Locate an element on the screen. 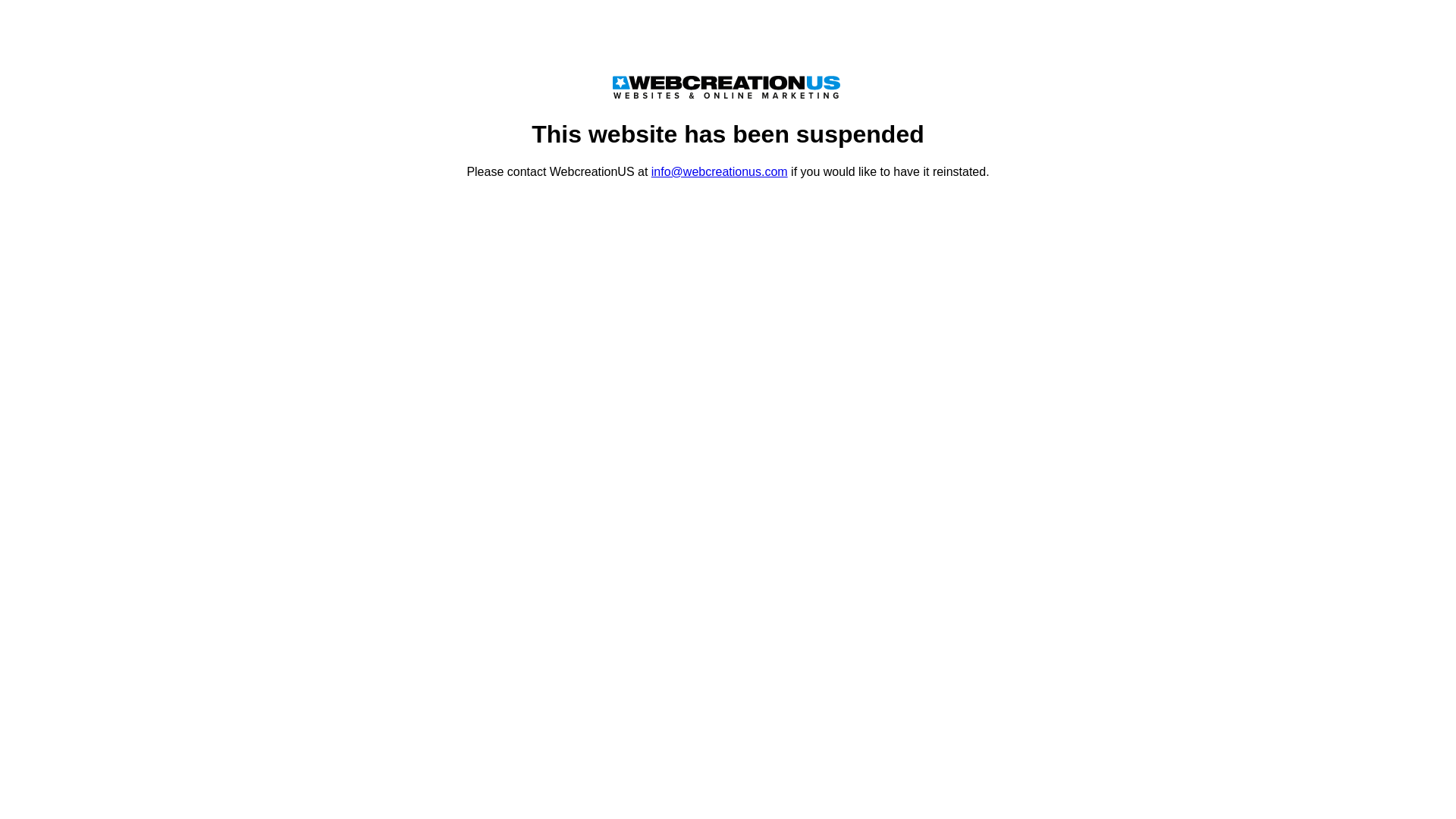  'info@webcreationus.com' is located at coordinates (719, 171).